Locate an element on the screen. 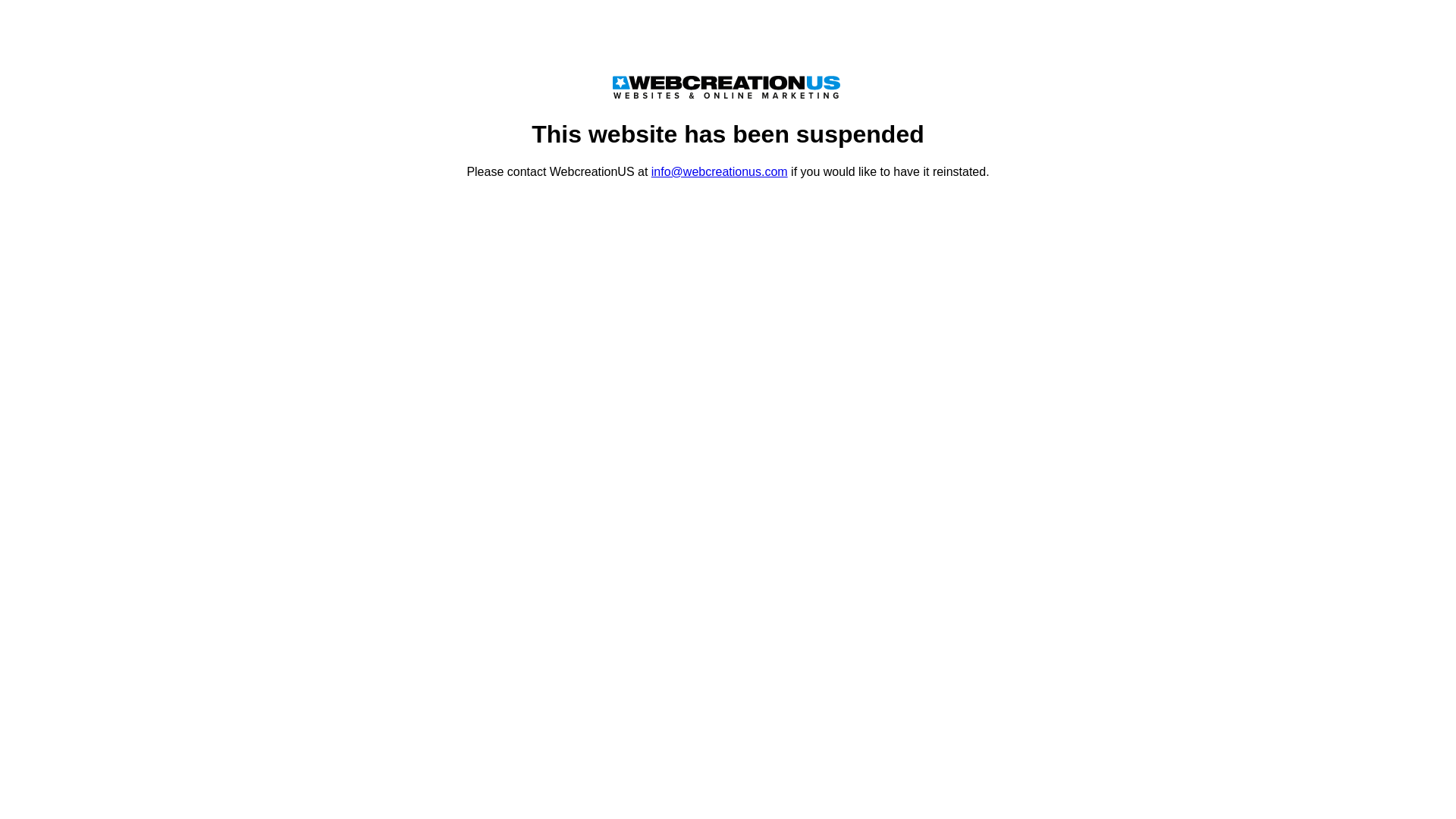  'info@webcreationus.com' is located at coordinates (719, 171).